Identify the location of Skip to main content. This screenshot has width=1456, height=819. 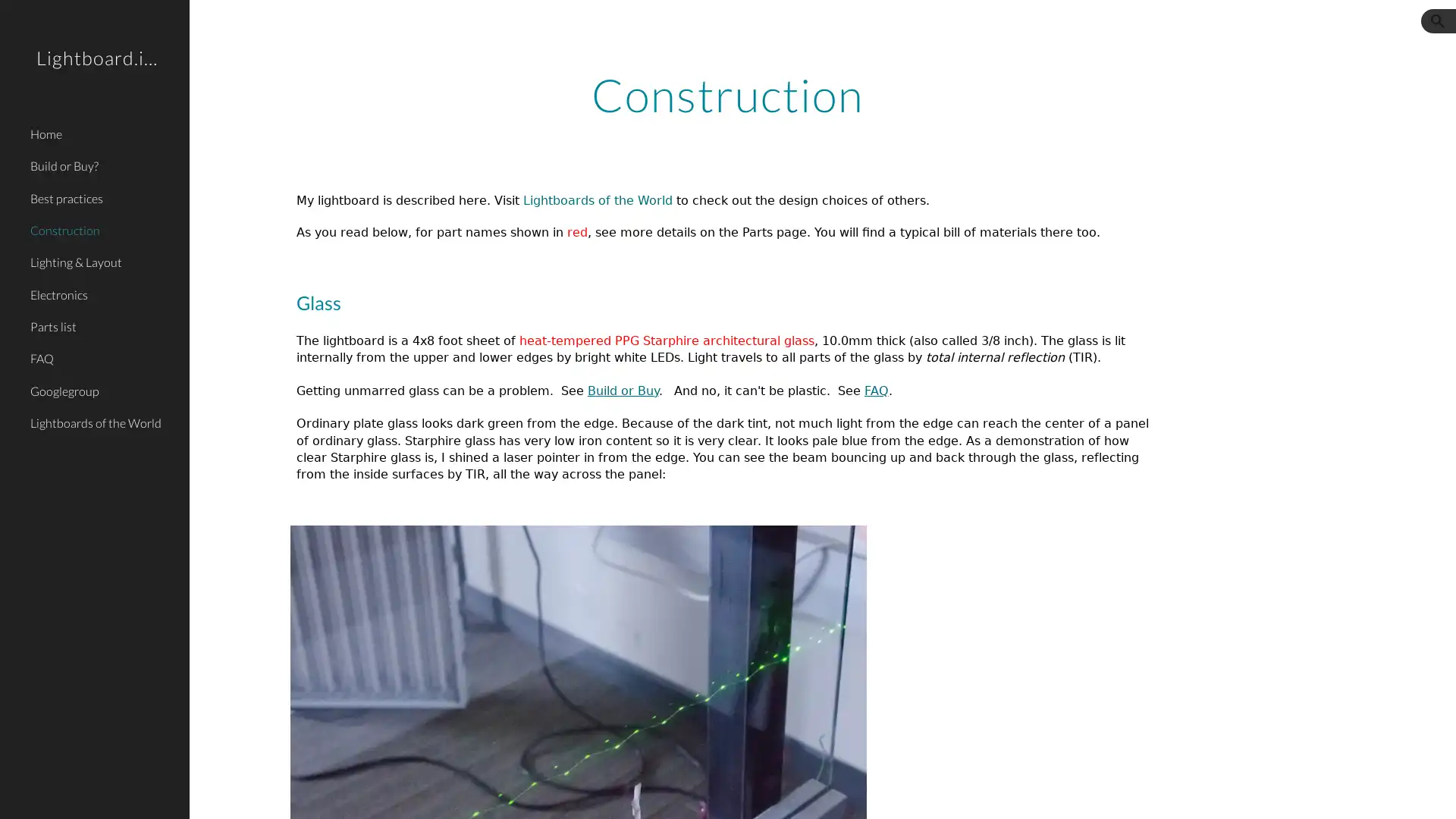
(597, 28).